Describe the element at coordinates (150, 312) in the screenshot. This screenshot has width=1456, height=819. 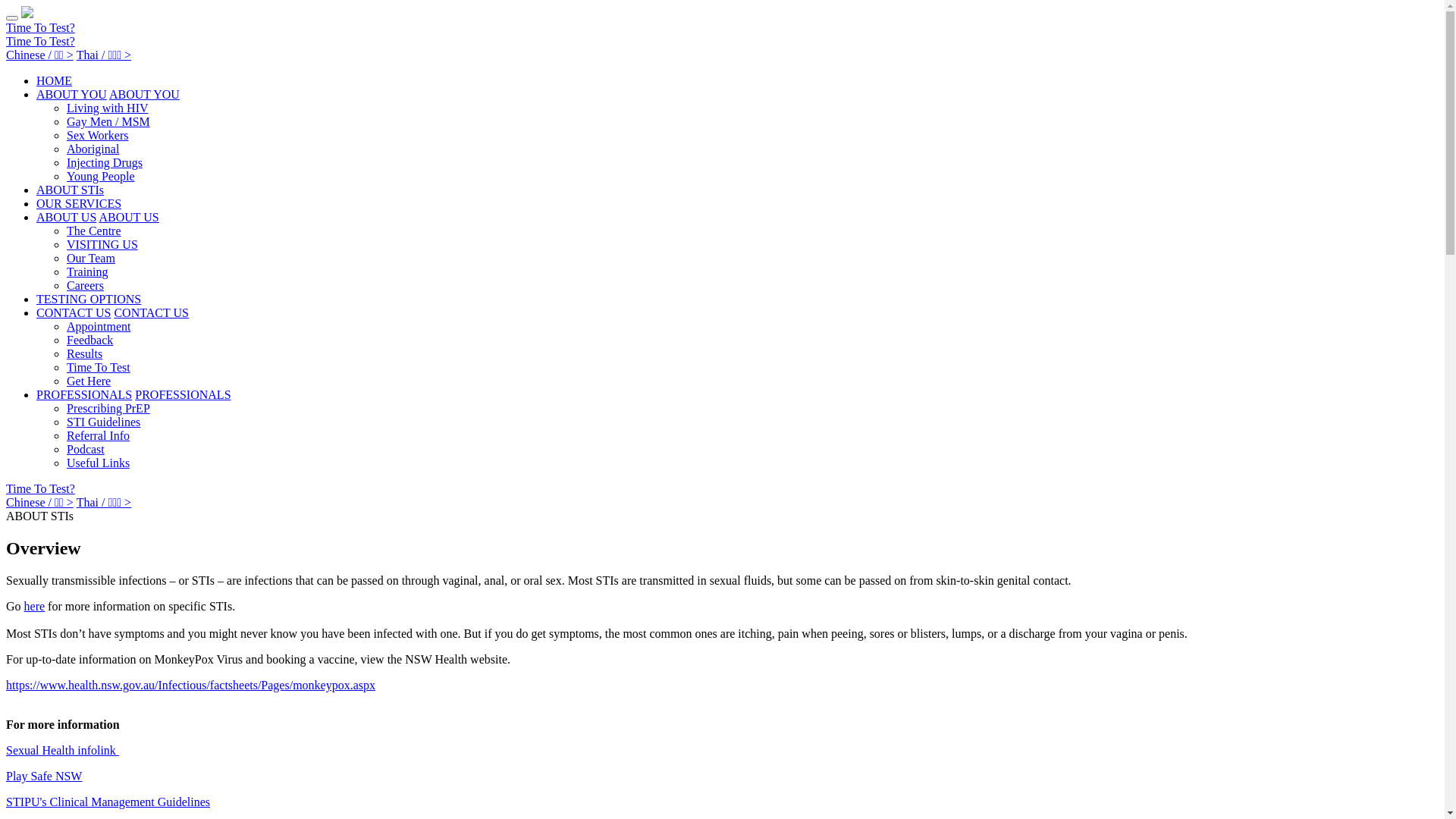
I see `'CONTACT US'` at that location.